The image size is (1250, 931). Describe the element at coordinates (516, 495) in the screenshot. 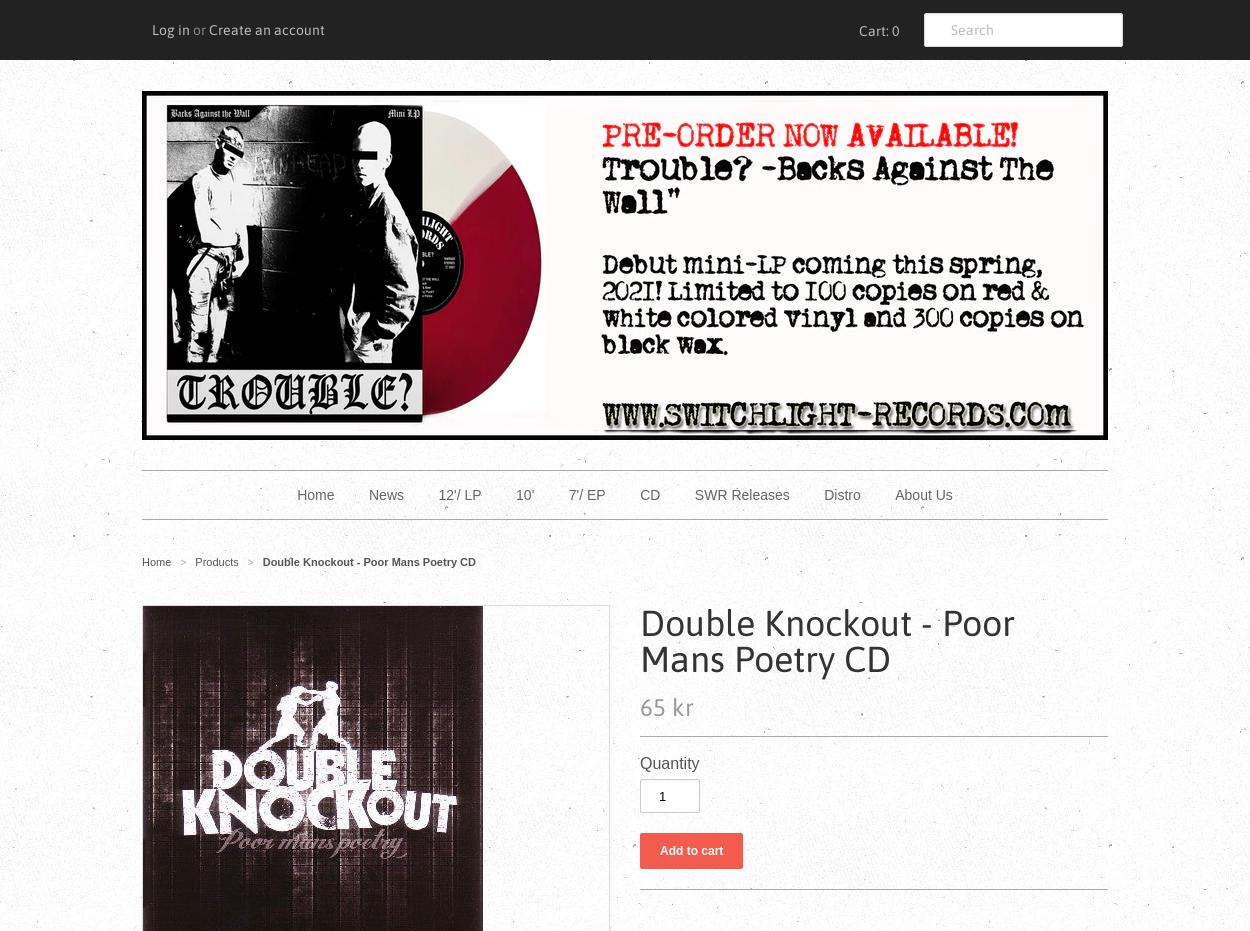

I see `'10''` at that location.